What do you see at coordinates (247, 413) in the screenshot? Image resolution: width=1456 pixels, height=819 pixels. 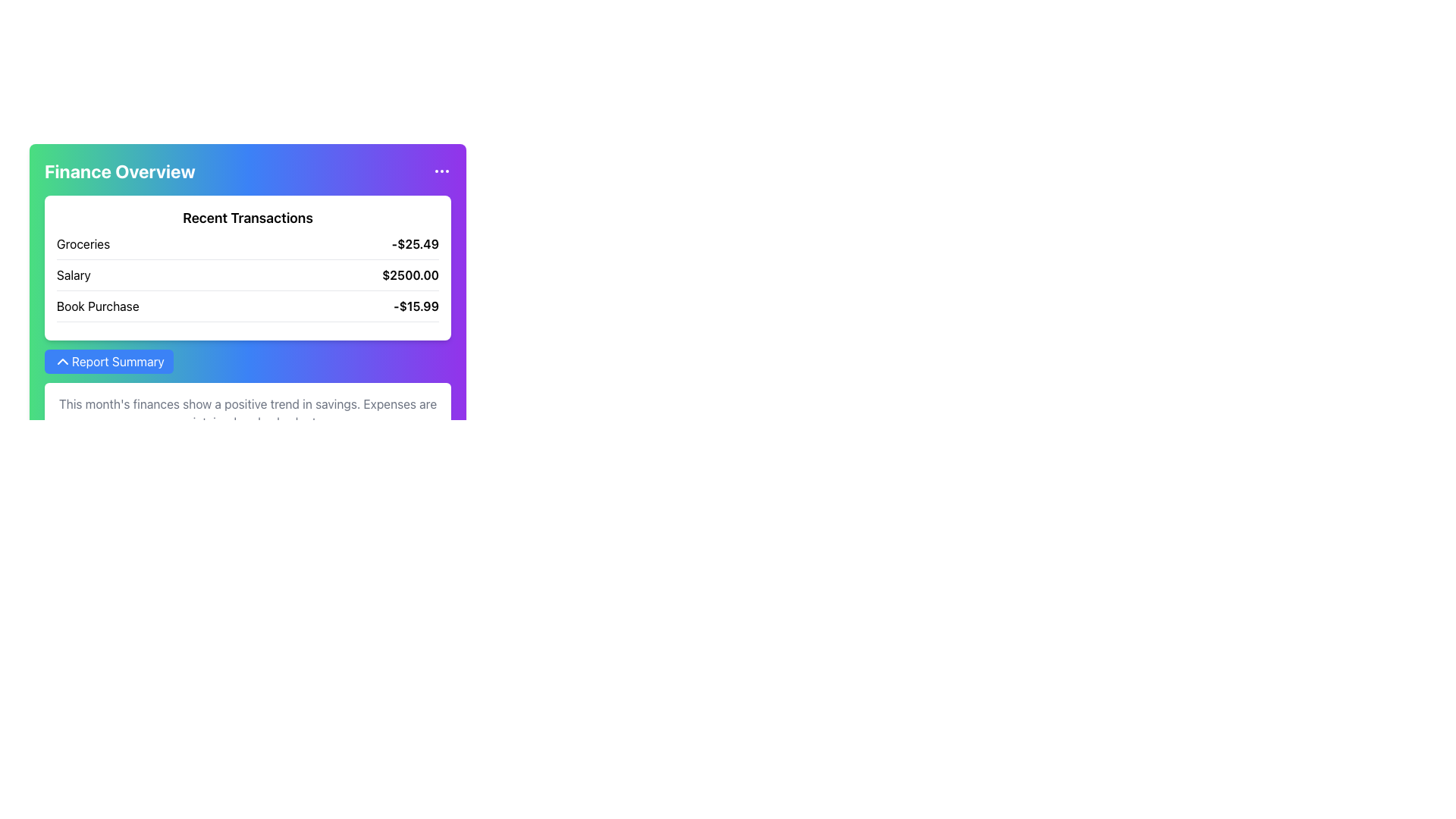 I see `the text in the Text Block that provides insights on financial performance, which is located within a white card beneath the 'Report Summary' button` at bounding box center [247, 413].